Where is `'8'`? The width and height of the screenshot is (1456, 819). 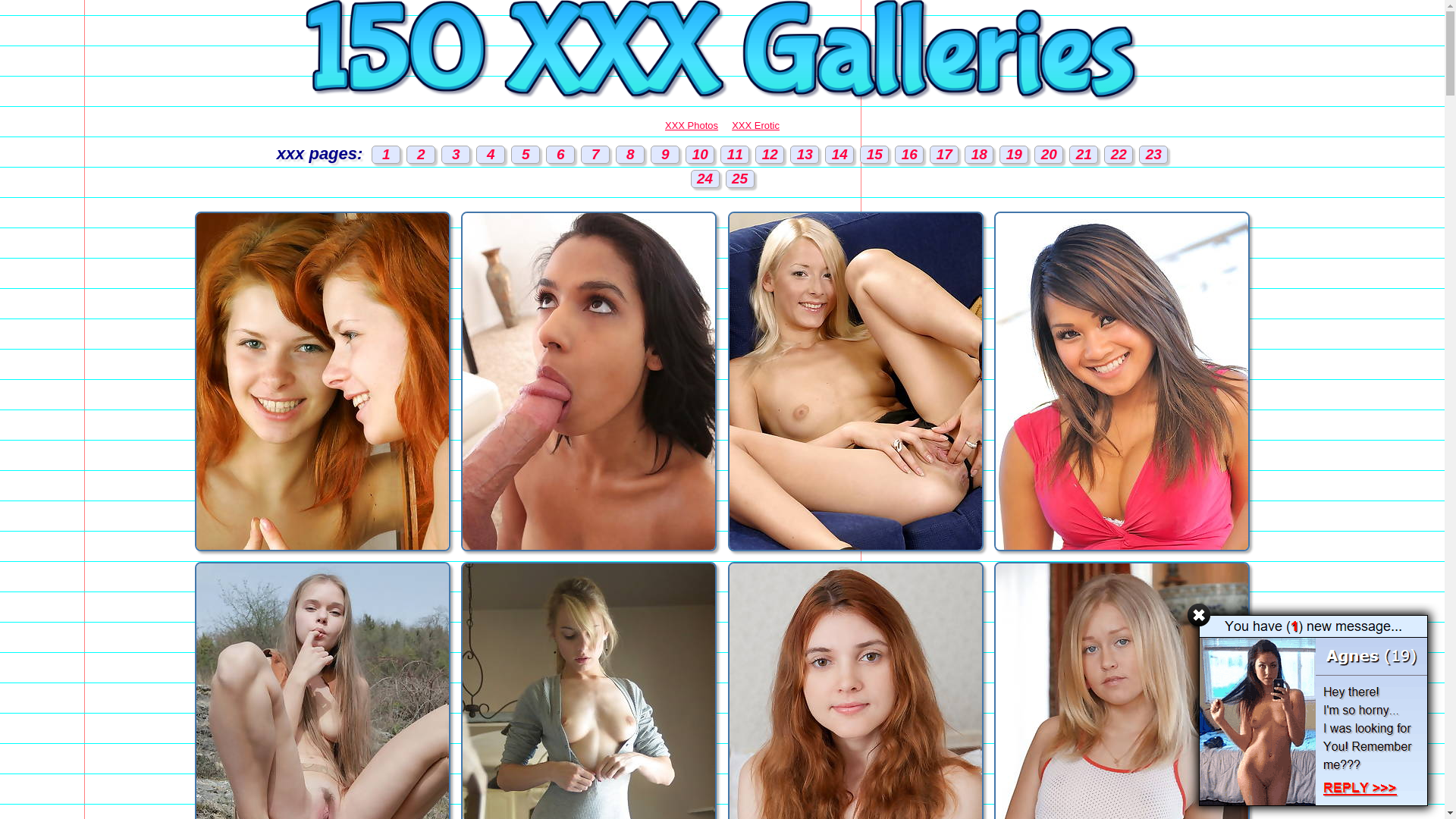
'8' is located at coordinates (615, 155).